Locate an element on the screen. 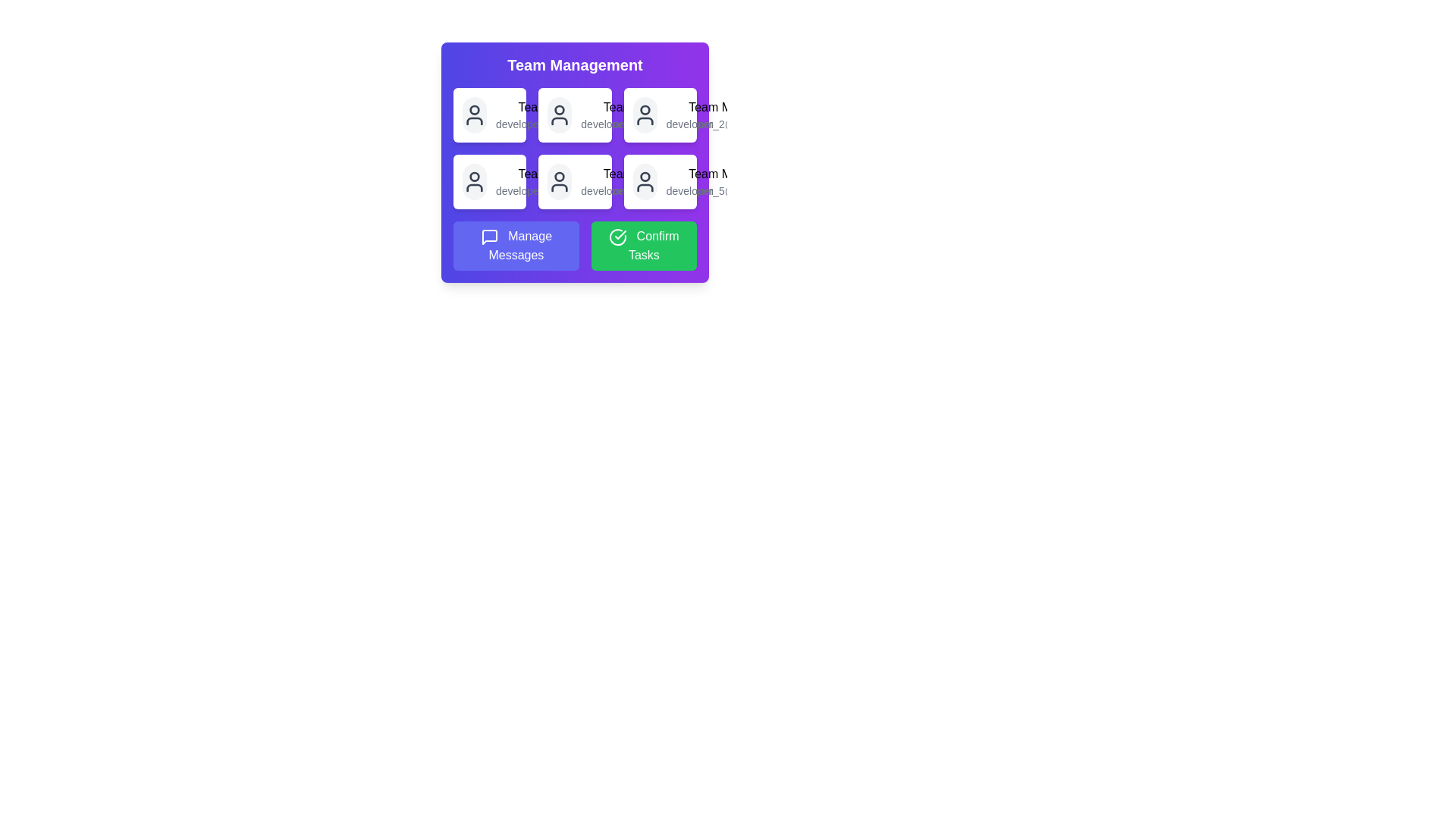  the graphic element (circle) representing the user profile status indicator in the top row of the 'Team Management' grid layout is located at coordinates (473, 109).